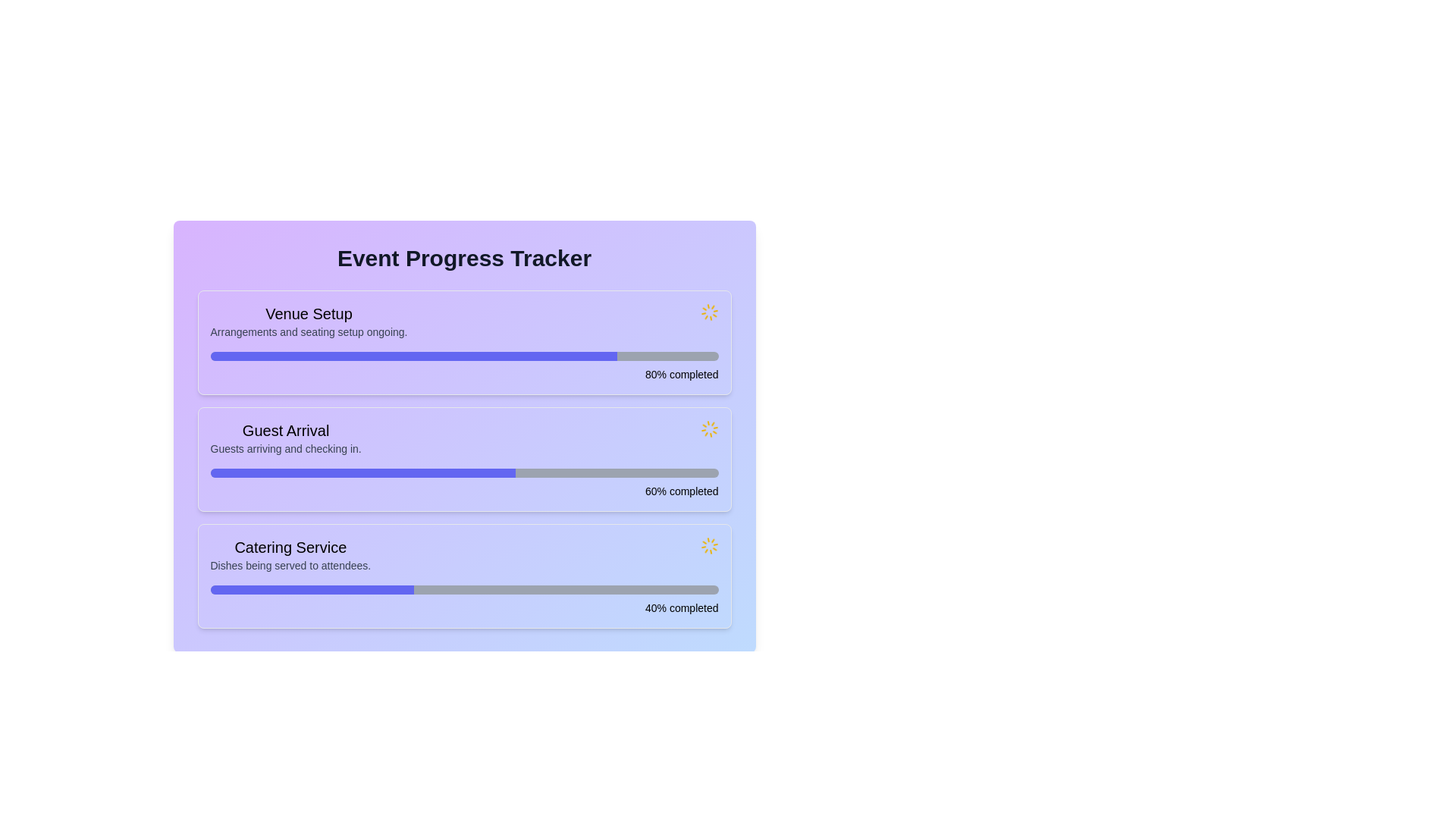  Describe the element at coordinates (463, 472) in the screenshot. I see `the progress bar located in the 'Guest Arrival' section of the 'Event Progress Tracker', which indicates that the task is 60% completed` at that location.